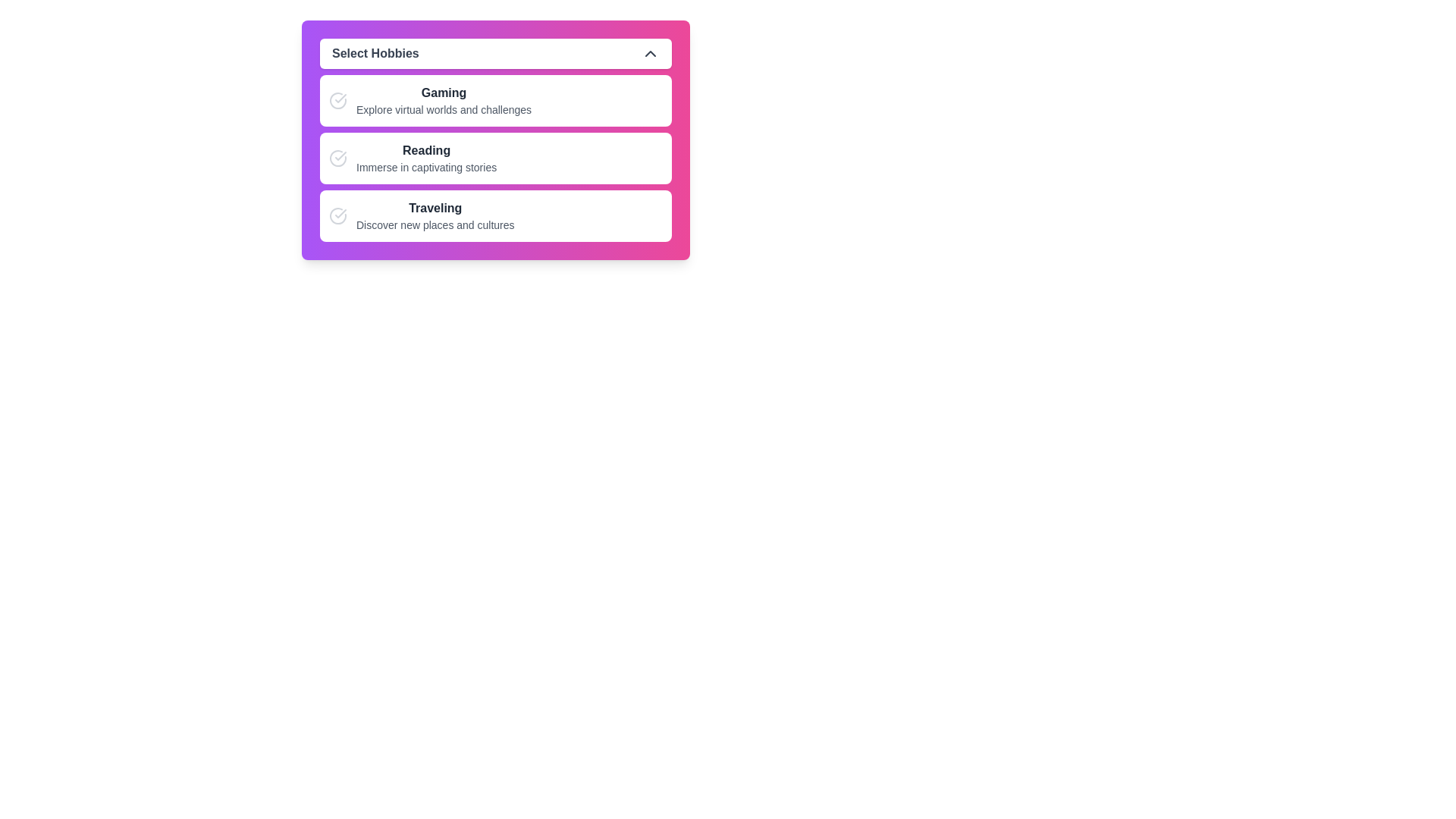 Image resolution: width=1456 pixels, height=819 pixels. I want to click on description text label located beneath the 'Gaming' title within the first card of a vertical list, which serves as an explanatory text for the category, so click(443, 109).